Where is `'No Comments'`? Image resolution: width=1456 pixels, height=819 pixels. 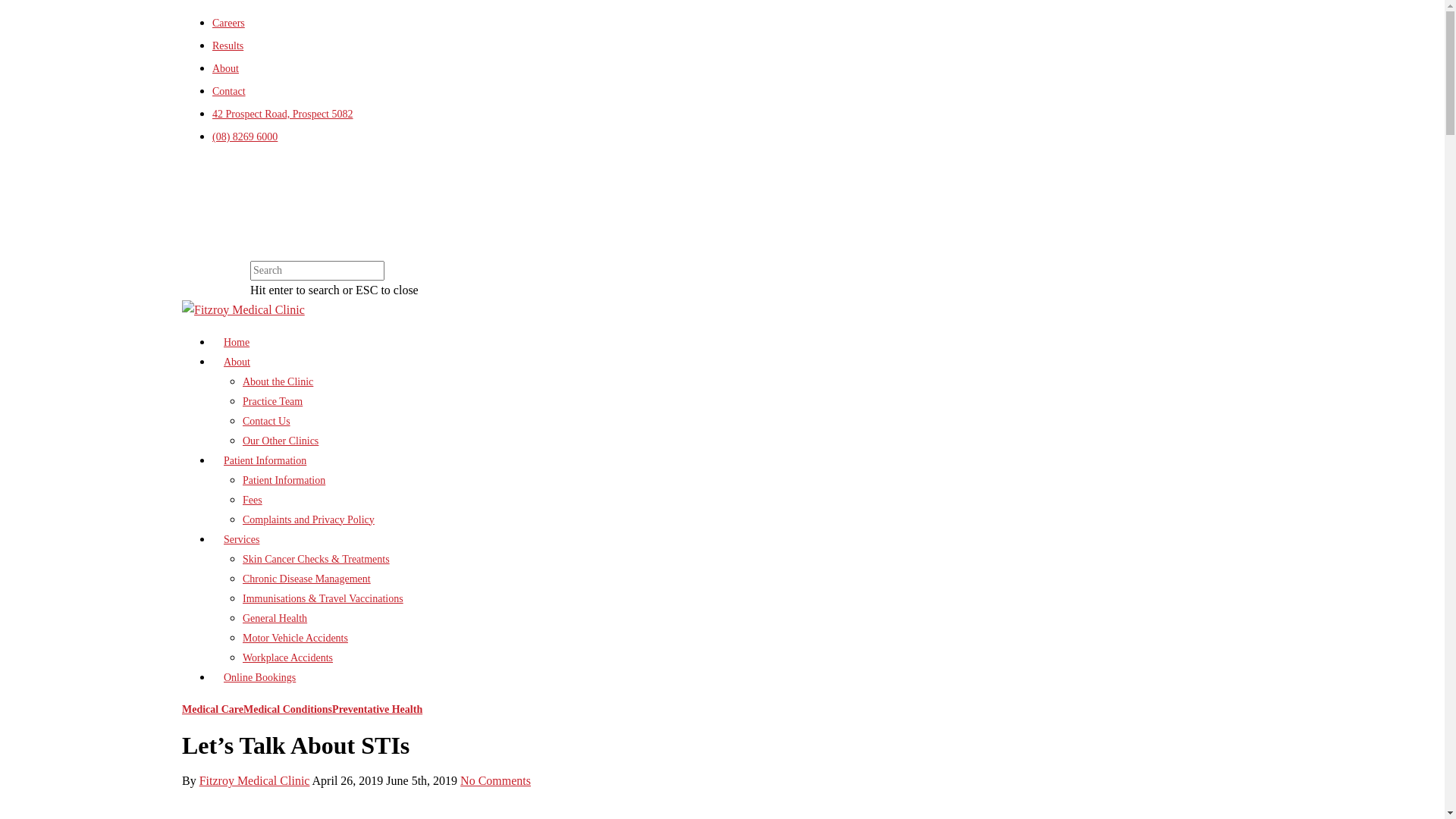
'No Comments' is located at coordinates (495, 780).